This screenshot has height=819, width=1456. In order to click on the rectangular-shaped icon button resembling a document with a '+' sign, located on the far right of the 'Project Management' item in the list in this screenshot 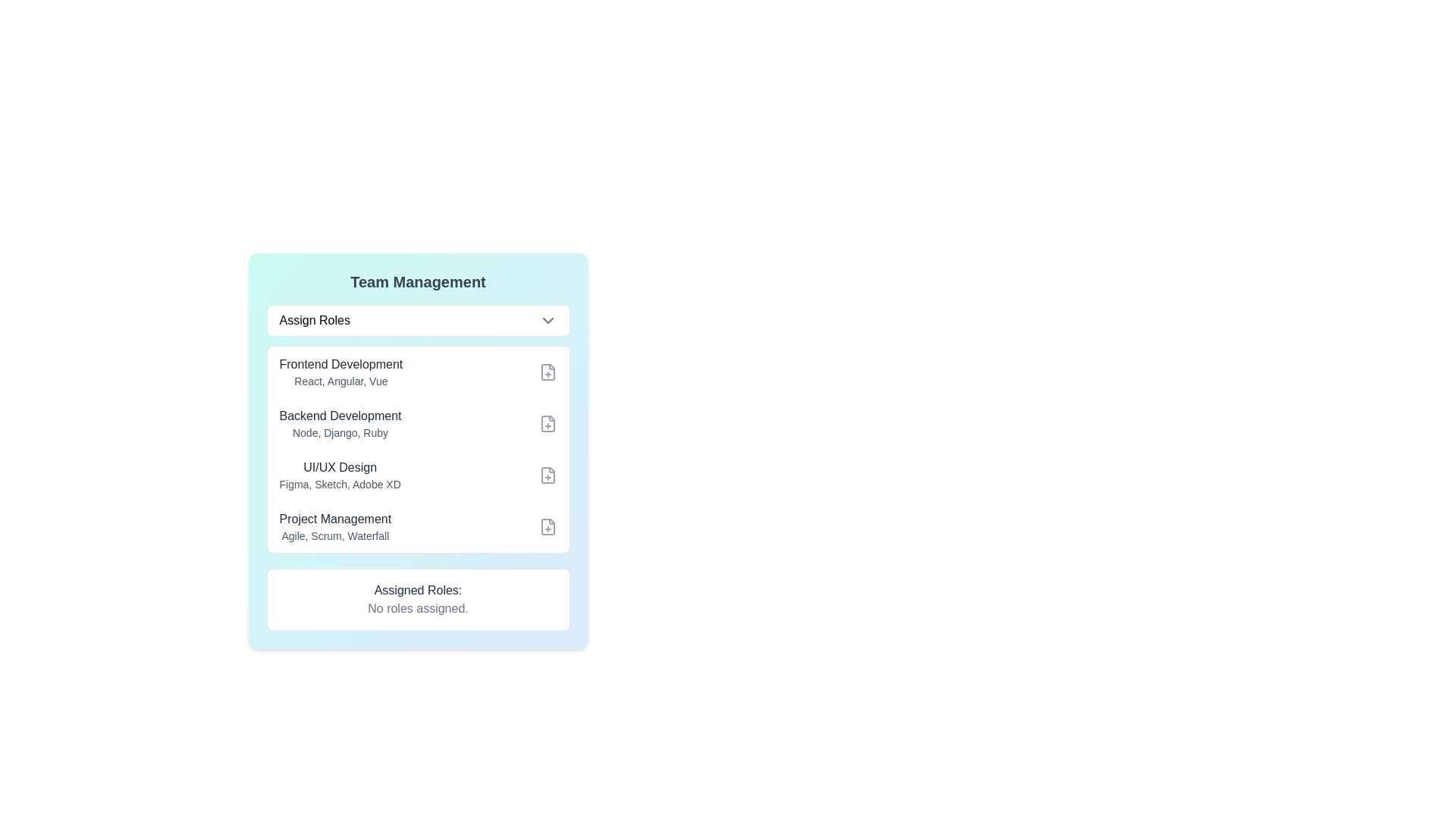, I will do `click(547, 526)`.